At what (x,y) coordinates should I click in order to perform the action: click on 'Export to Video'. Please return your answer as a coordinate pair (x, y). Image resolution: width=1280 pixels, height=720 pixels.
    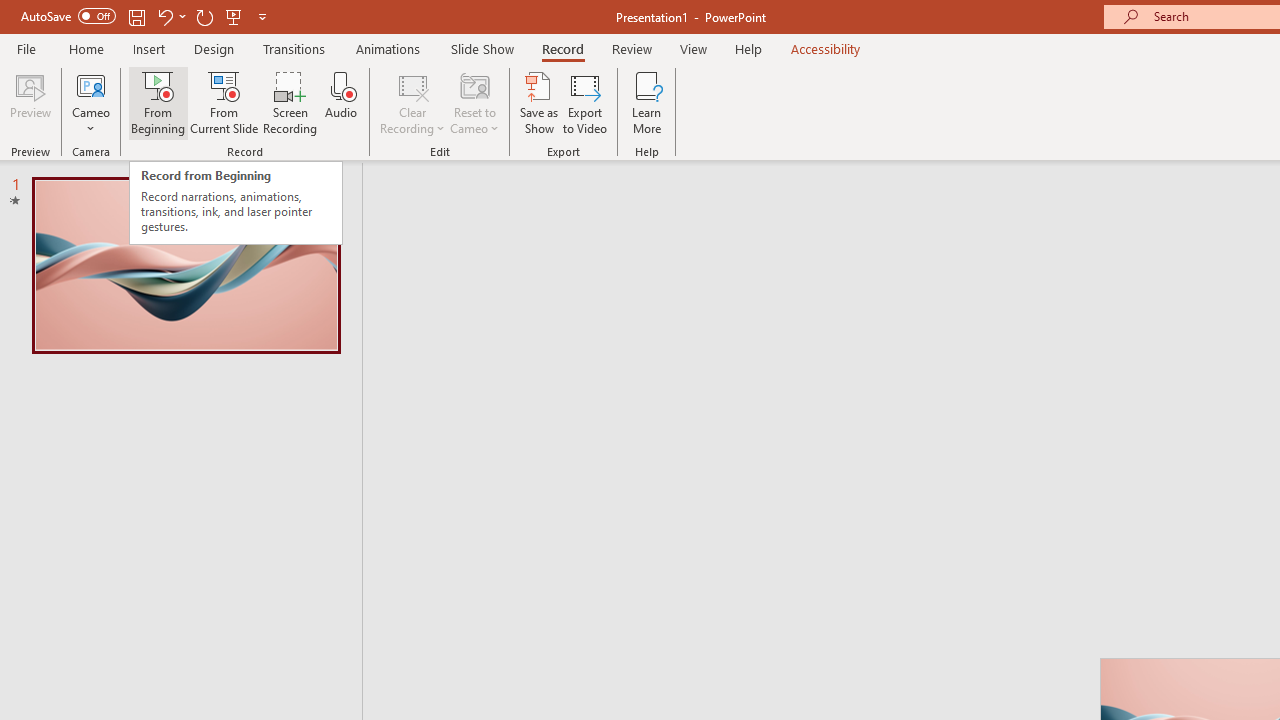
    Looking at the image, I should click on (584, 103).